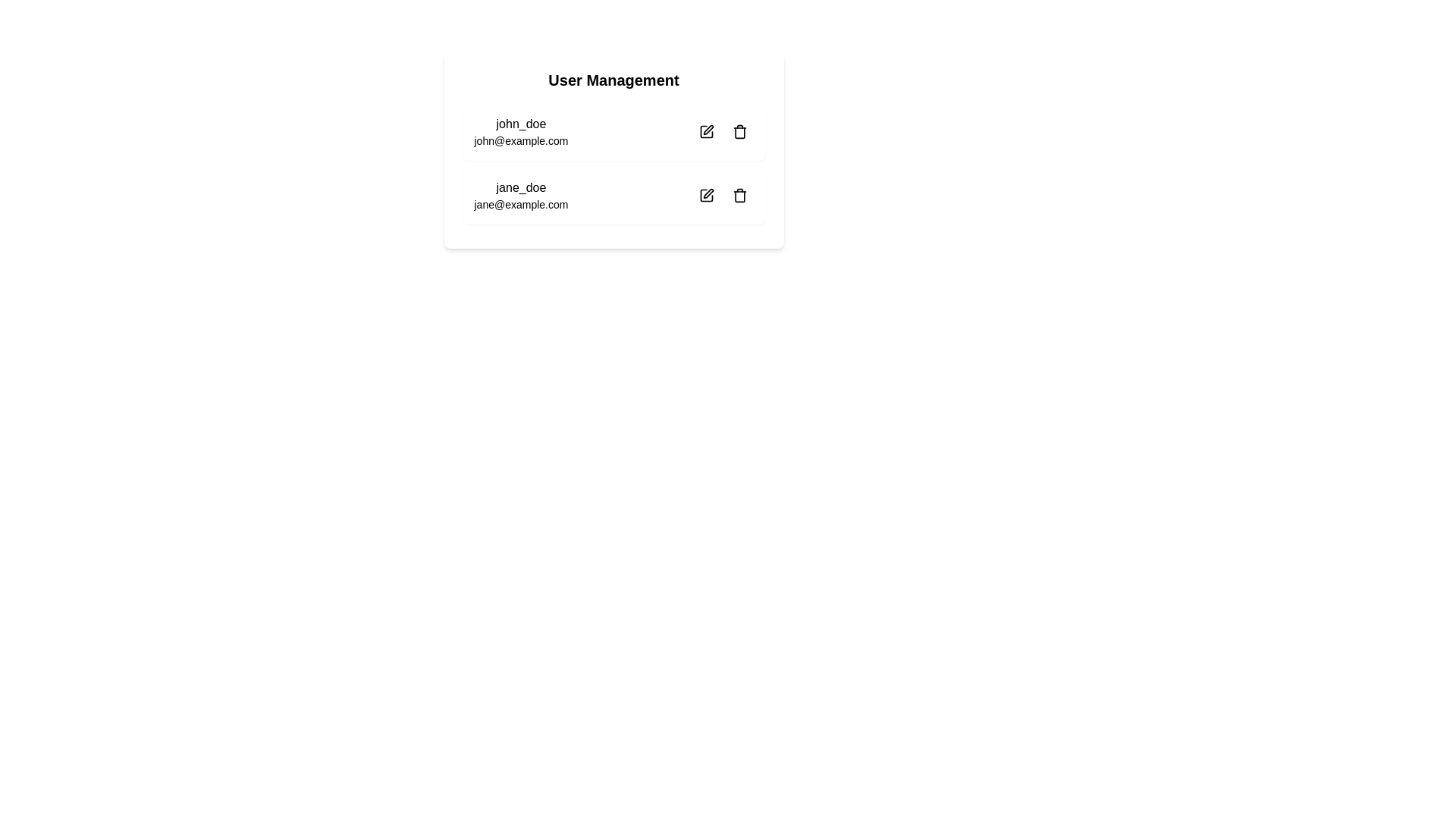 The width and height of the screenshot is (1456, 819). What do you see at coordinates (739, 195) in the screenshot?
I see `the trash bin icon located to the far right of the entry 'jane_doe' in the user management interface` at bounding box center [739, 195].